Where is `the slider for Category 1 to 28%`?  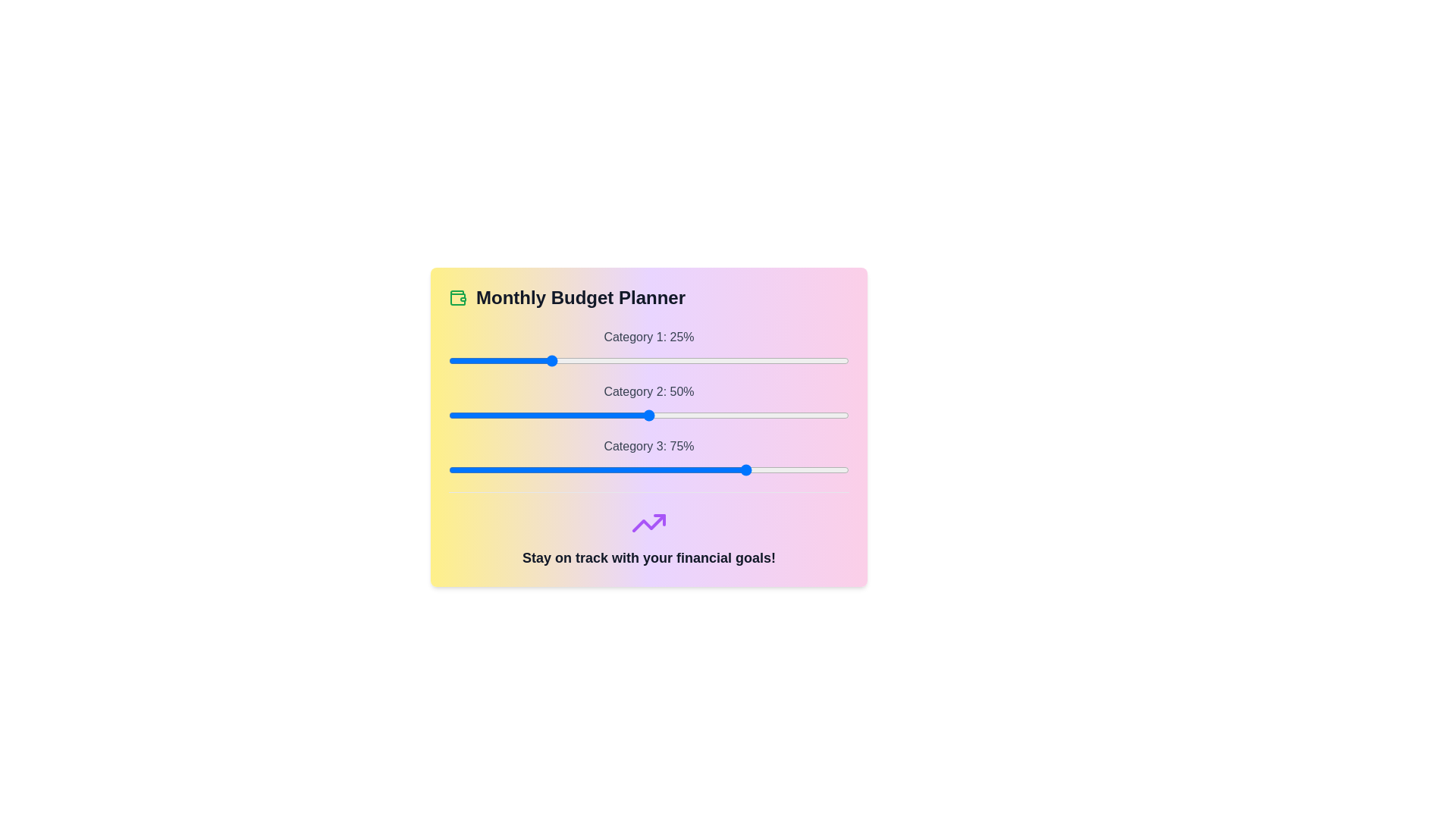
the slider for Category 1 to 28% is located at coordinates (560, 360).